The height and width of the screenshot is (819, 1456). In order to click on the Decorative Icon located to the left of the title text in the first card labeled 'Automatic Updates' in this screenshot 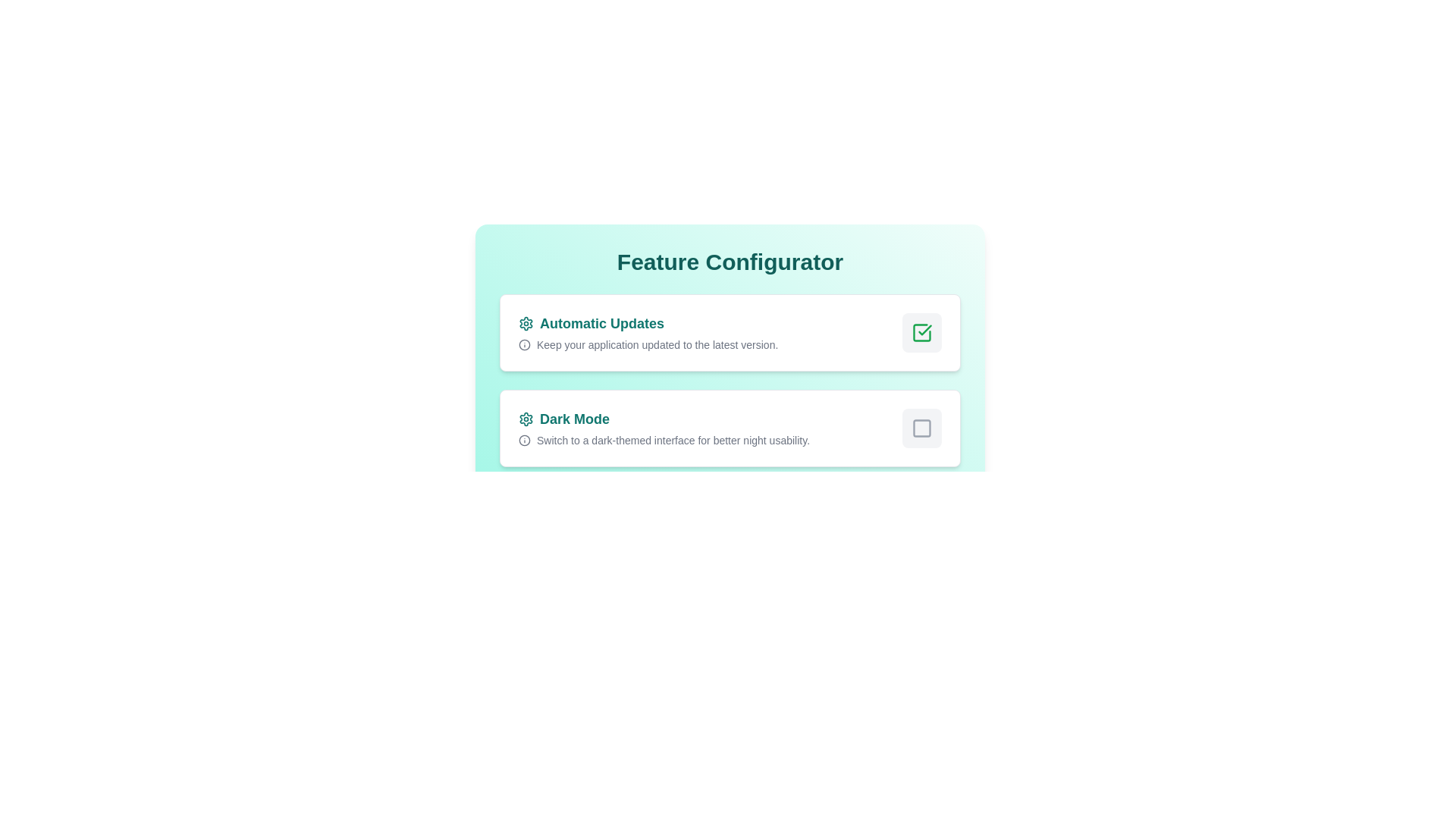, I will do `click(526, 323)`.